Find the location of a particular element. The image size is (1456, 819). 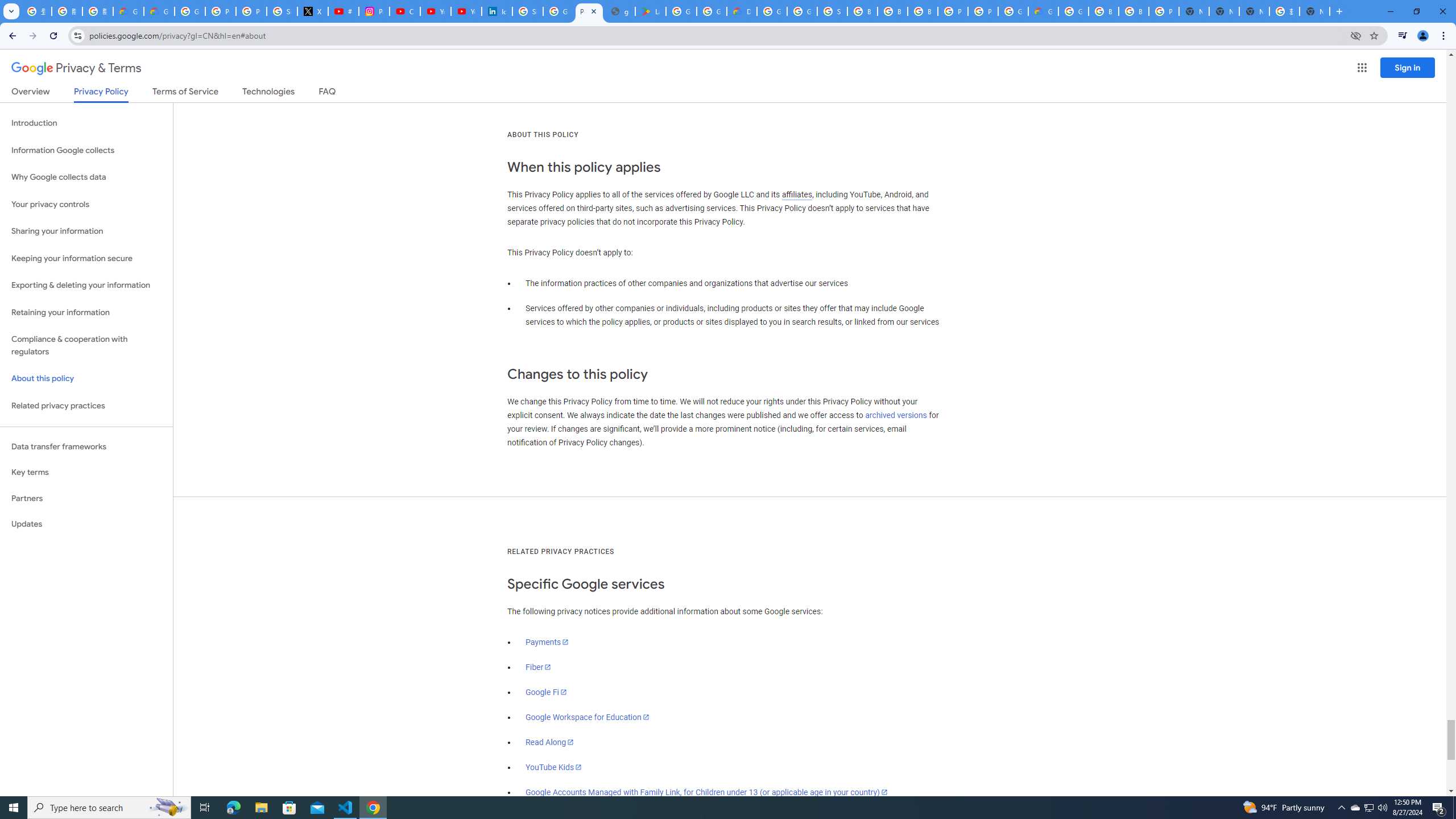

'Updates' is located at coordinates (86, 523).